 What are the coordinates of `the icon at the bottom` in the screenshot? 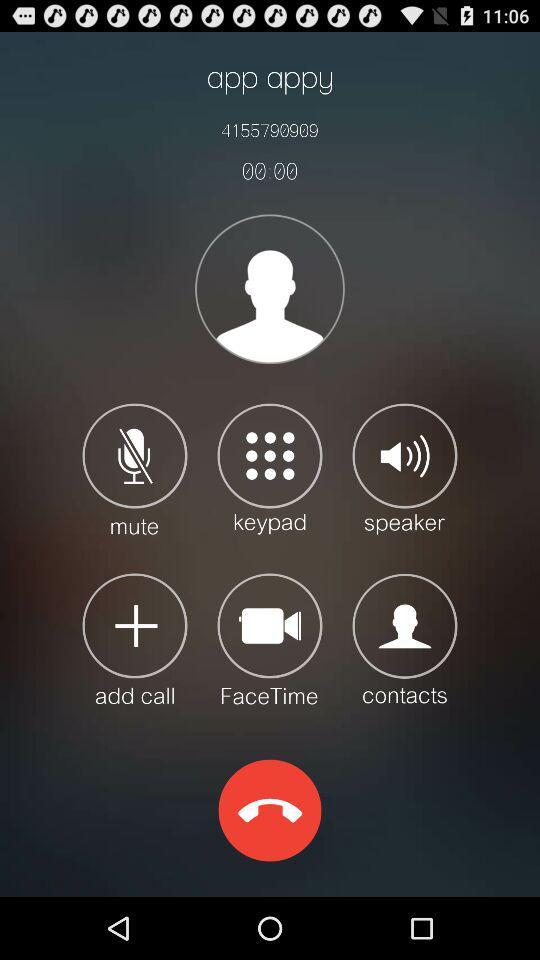 It's located at (270, 810).